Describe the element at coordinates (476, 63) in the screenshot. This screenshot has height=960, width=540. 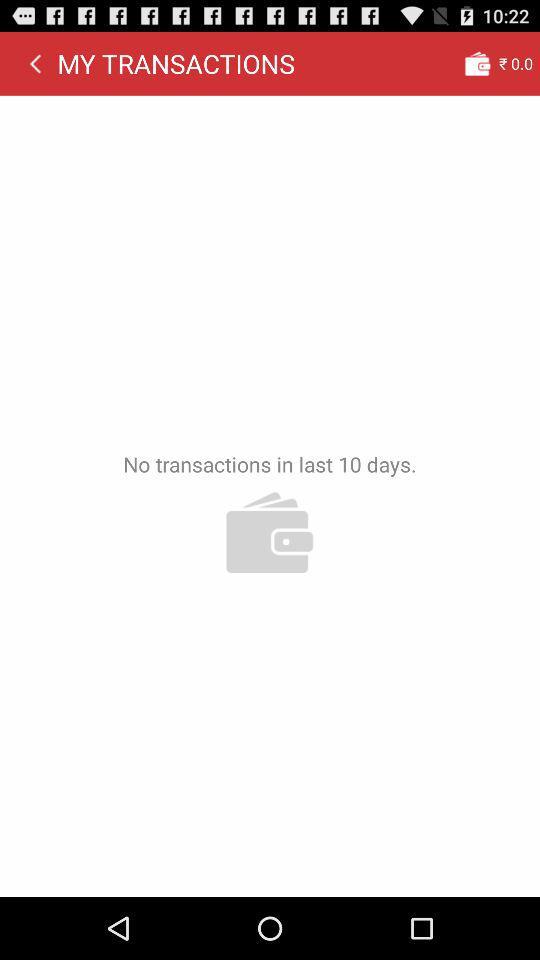
I see `wallet` at that location.